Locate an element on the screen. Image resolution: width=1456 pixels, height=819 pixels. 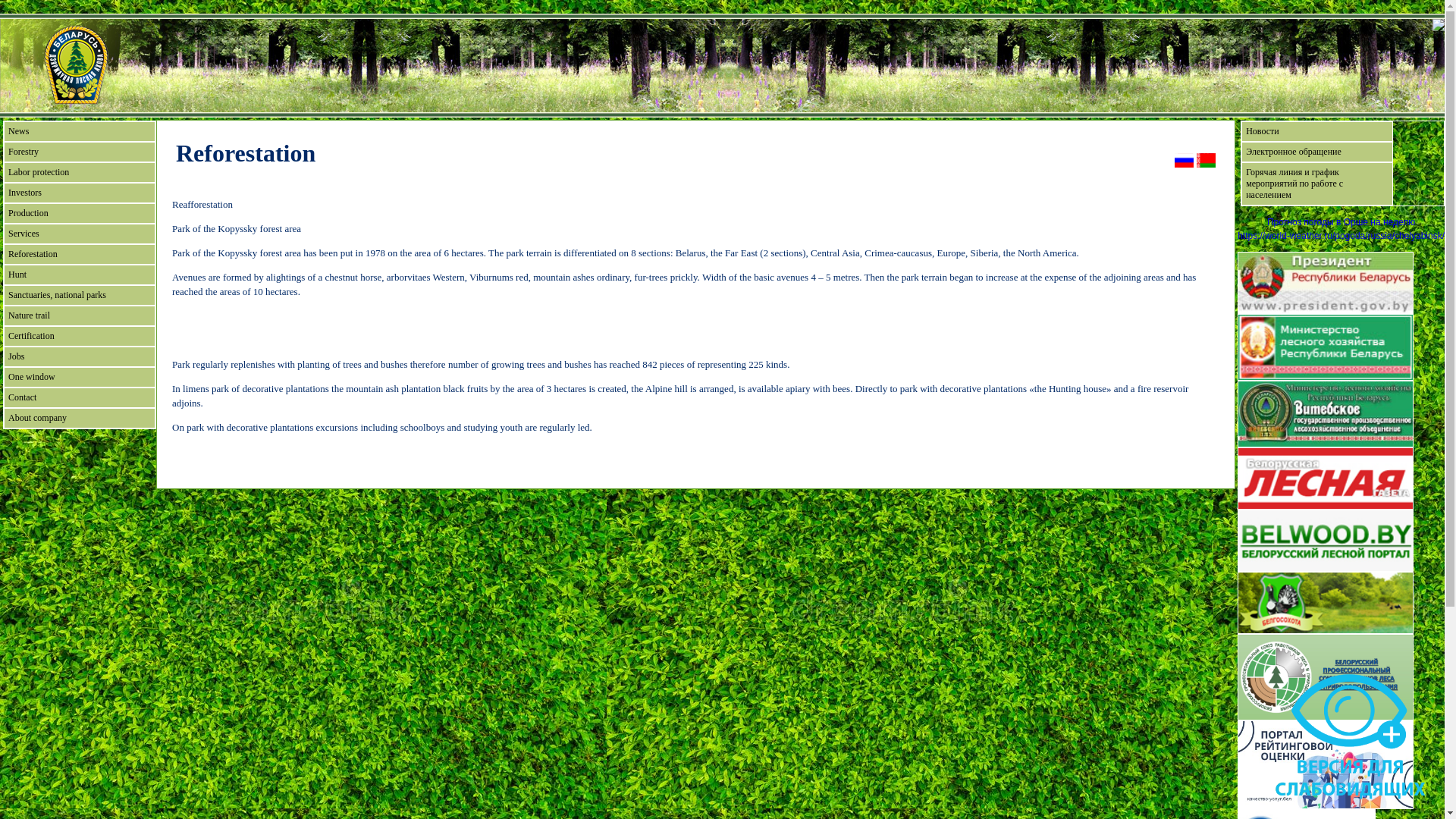
'Sanctuaries, national parks' is located at coordinates (79, 295).